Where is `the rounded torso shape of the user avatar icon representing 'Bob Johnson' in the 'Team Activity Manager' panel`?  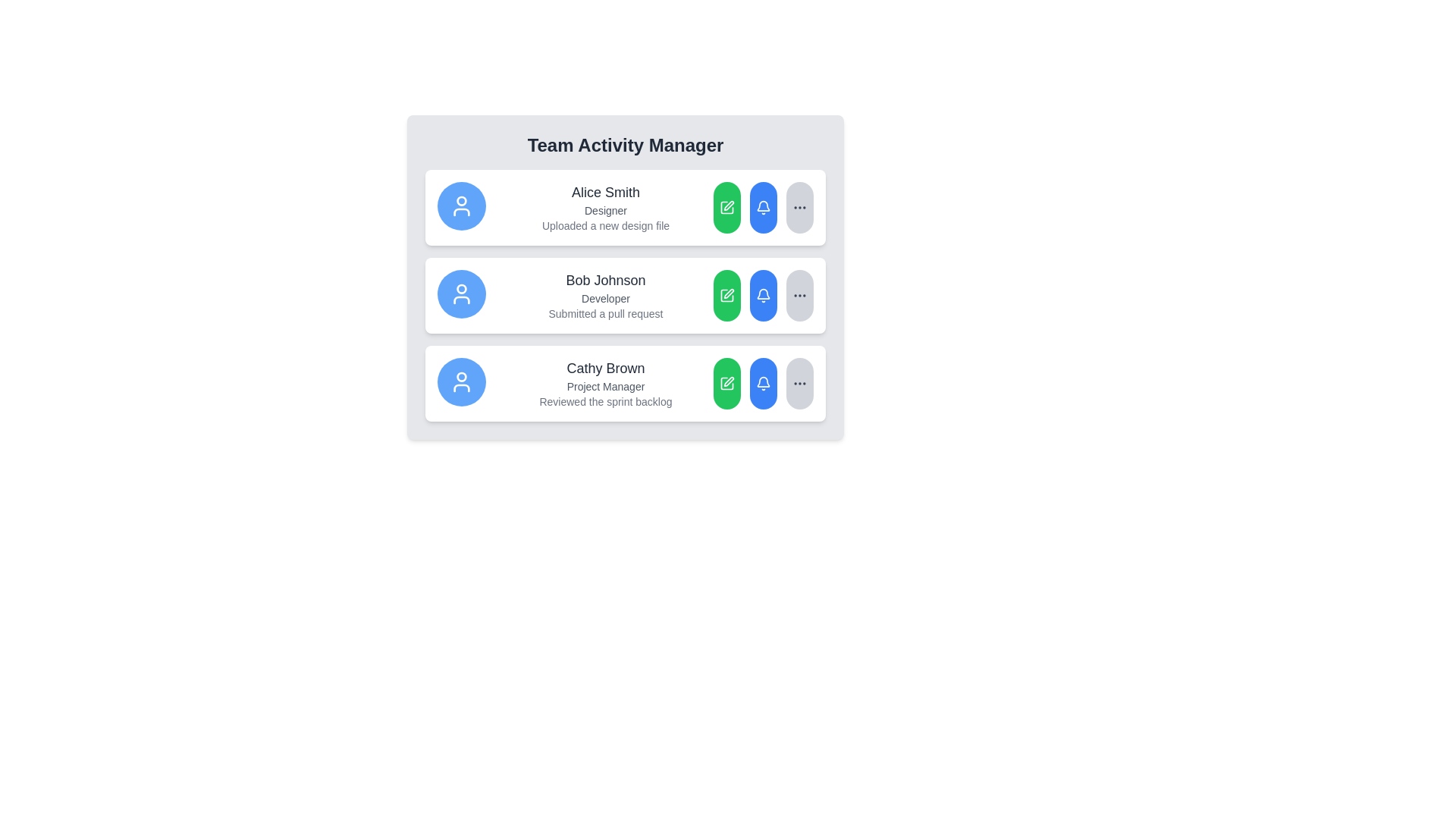
the rounded torso shape of the user avatar icon representing 'Bob Johnson' in the 'Team Activity Manager' panel is located at coordinates (461, 300).